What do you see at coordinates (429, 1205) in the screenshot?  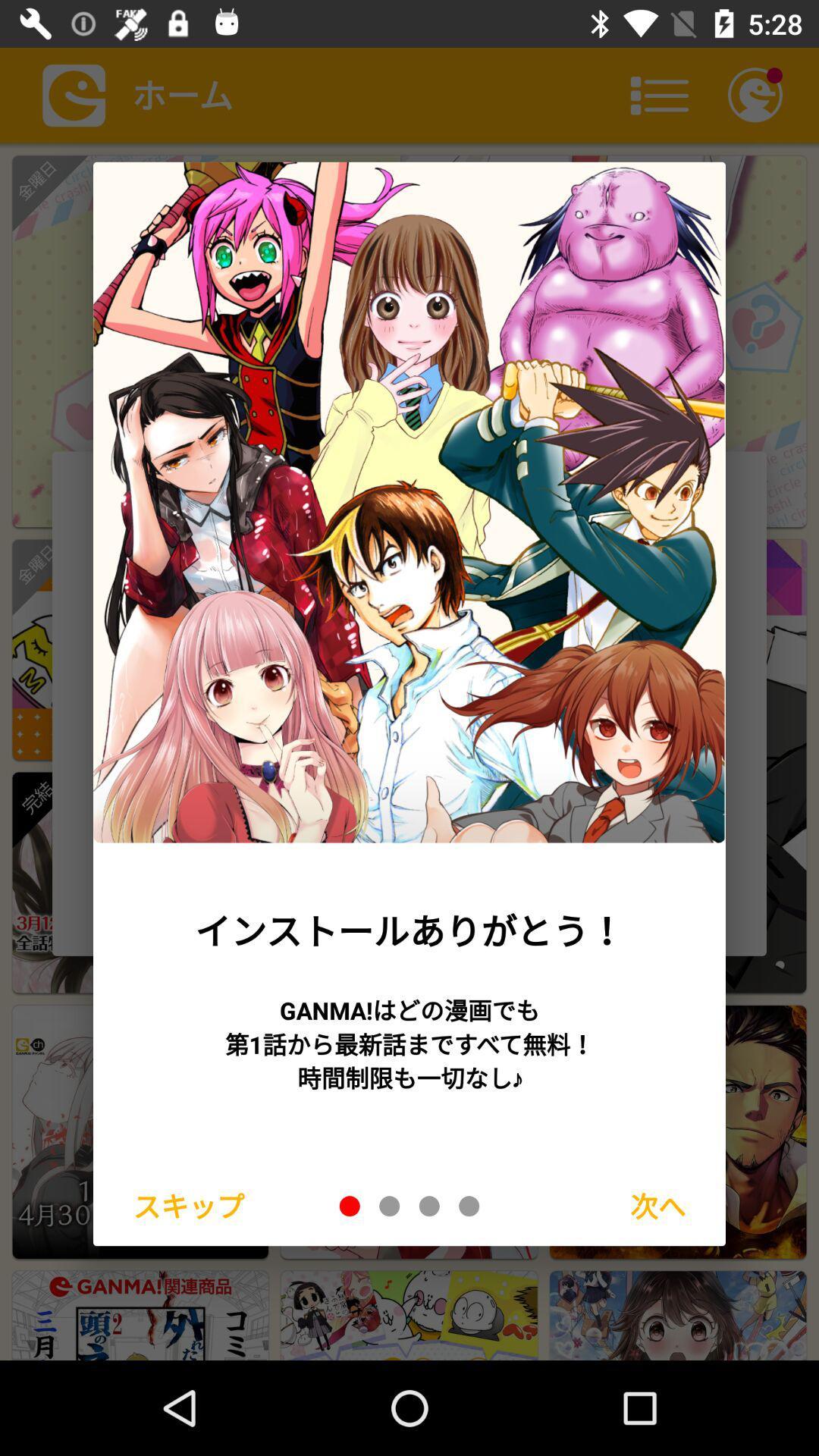 I see `3rd slide` at bounding box center [429, 1205].